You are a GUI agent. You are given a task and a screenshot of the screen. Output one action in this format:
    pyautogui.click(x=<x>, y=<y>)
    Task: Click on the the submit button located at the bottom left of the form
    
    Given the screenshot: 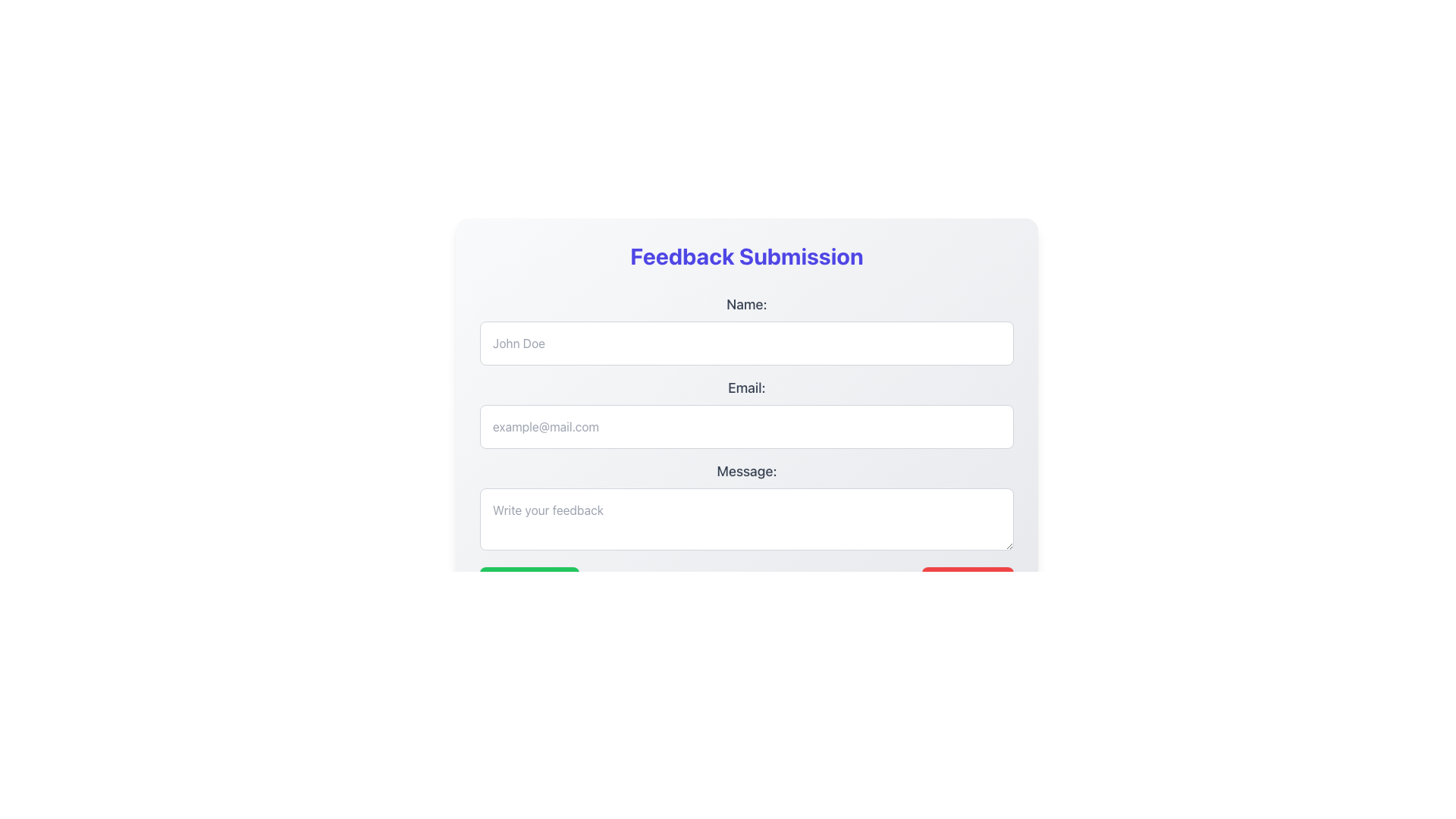 What is the action you would take?
    pyautogui.click(x=529, y=581)
    